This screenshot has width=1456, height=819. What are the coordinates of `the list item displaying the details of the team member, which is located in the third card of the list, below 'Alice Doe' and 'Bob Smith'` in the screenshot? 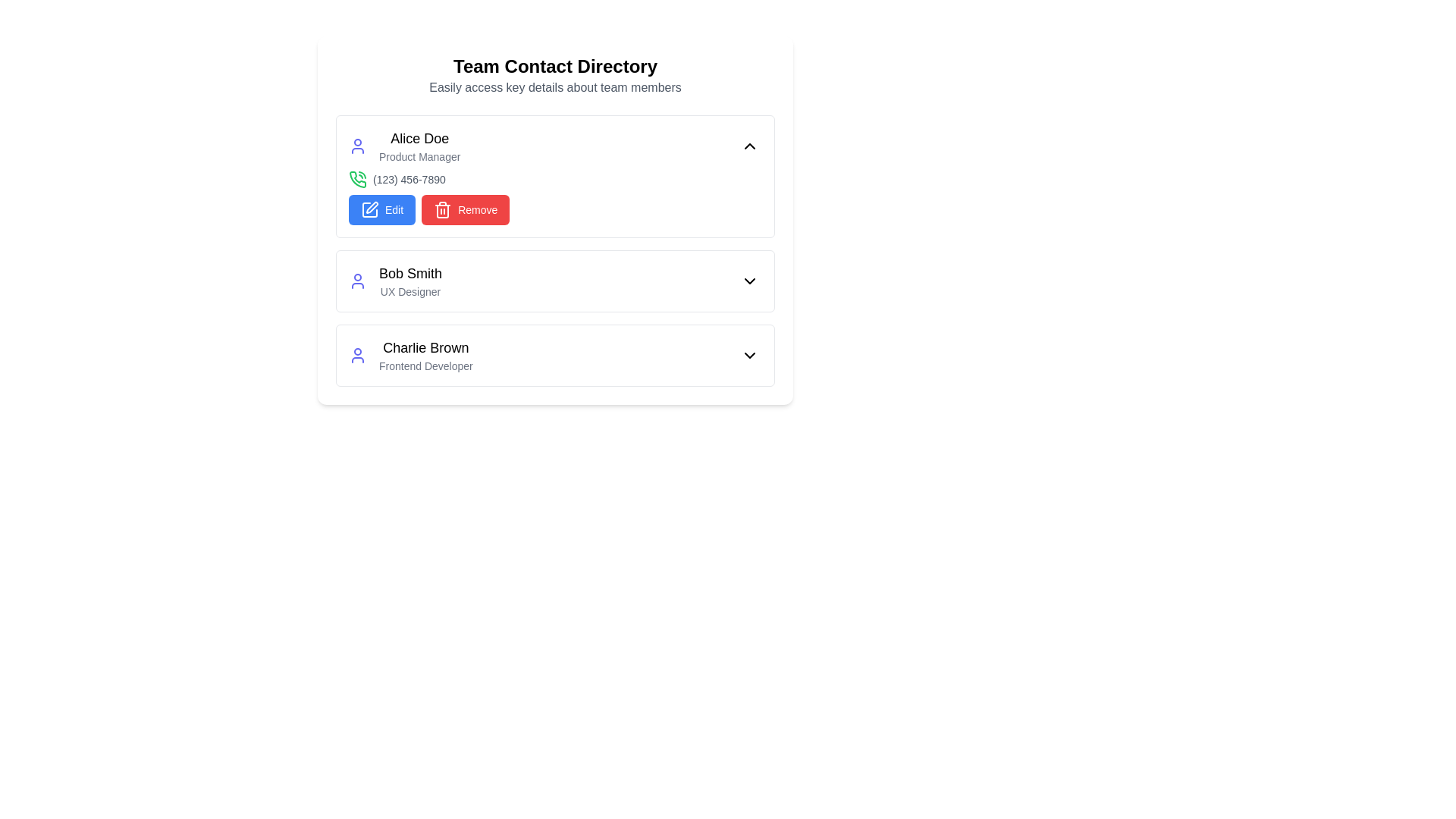 It's located at (554, 356).